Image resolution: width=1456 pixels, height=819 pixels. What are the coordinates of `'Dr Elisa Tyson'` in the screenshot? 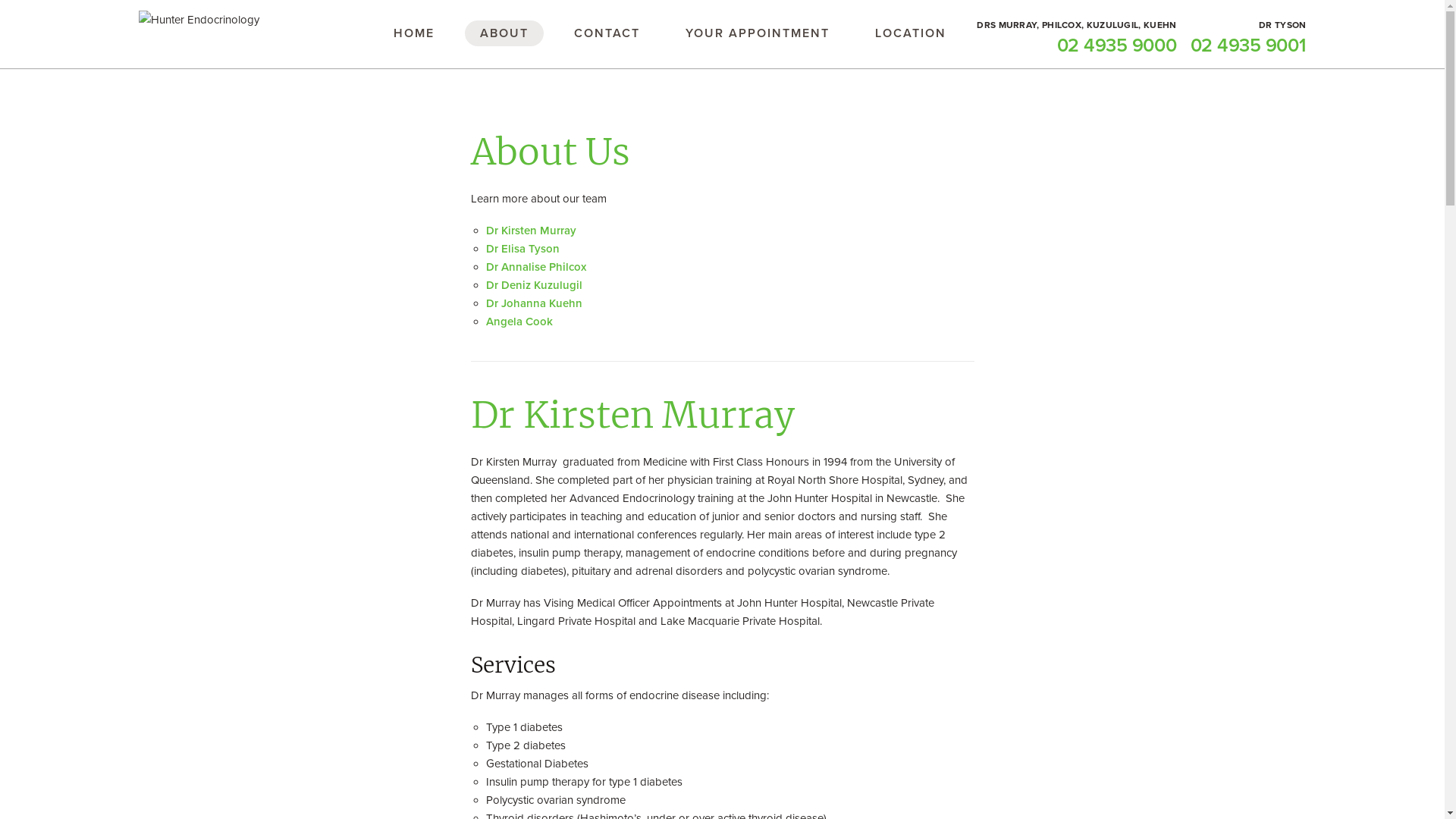 It's located at (522, 247).